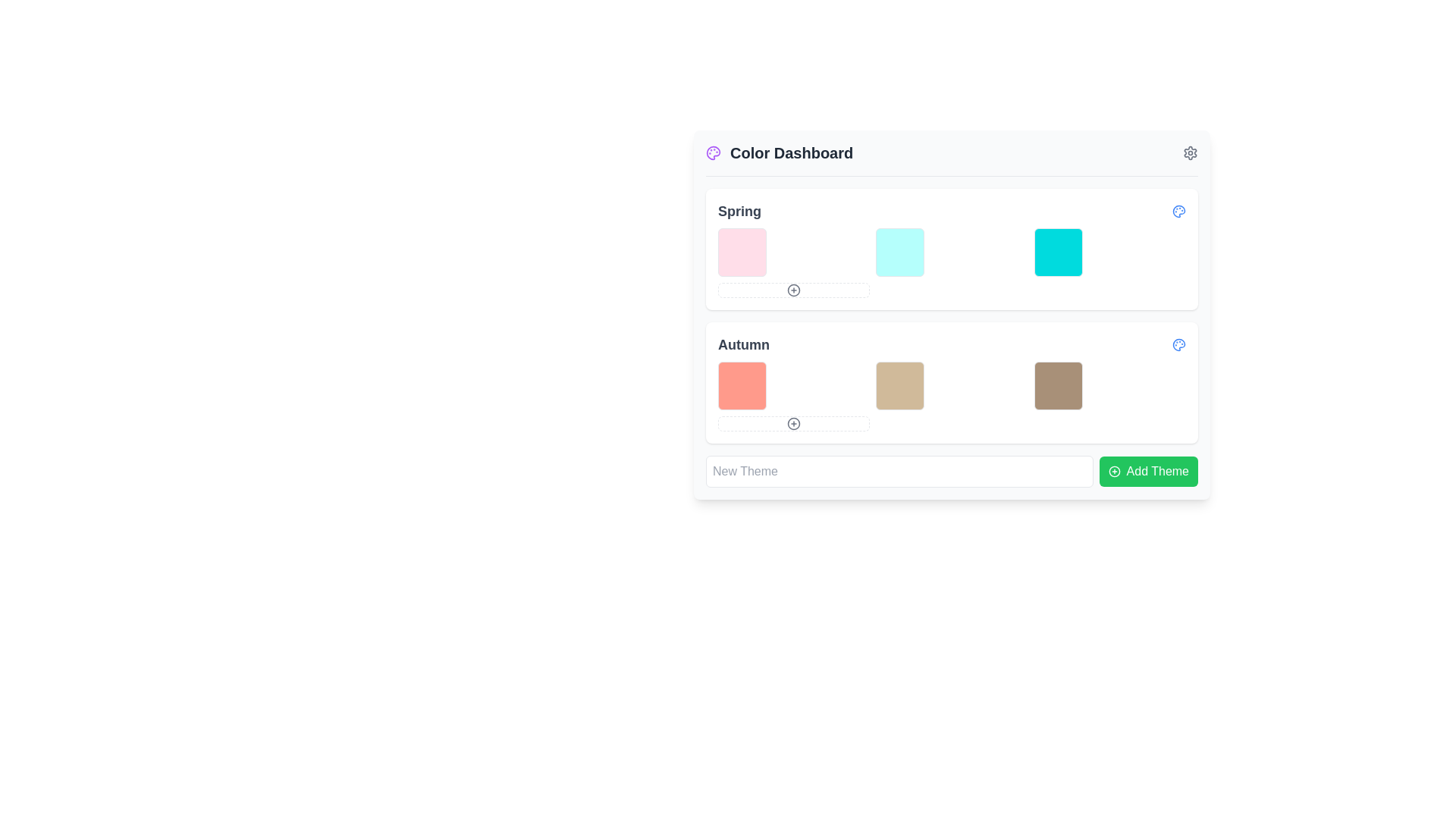 This screenshot has width=1456, height=819. I want to click on the circular plus sign icon located in the bottom-right corner of the 'Color Dashboard' interface, so click(1114, 470).